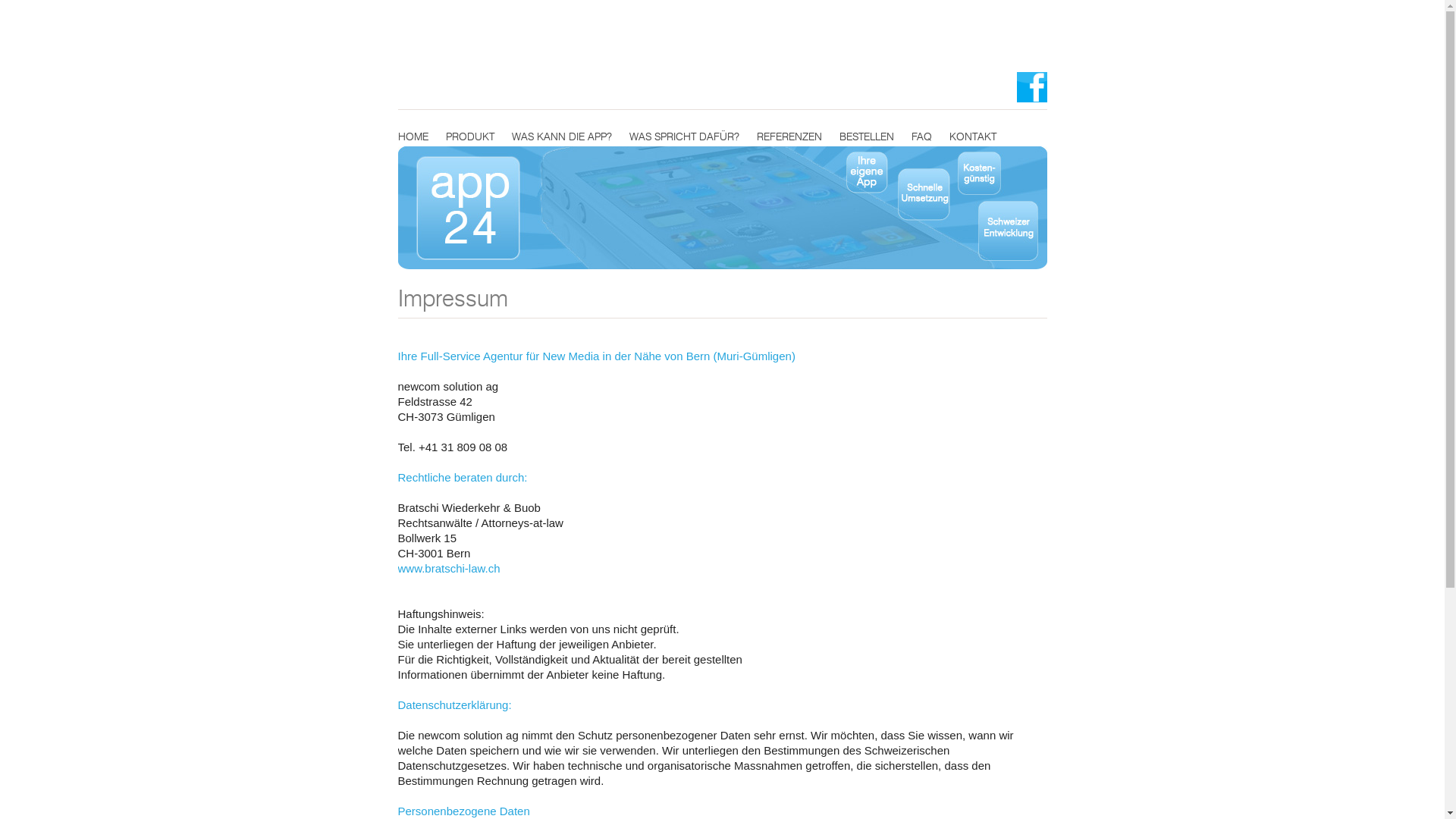  Describe the element at coordinates (921, 137) in the screenshot. I see `'FAQ'` at that location.